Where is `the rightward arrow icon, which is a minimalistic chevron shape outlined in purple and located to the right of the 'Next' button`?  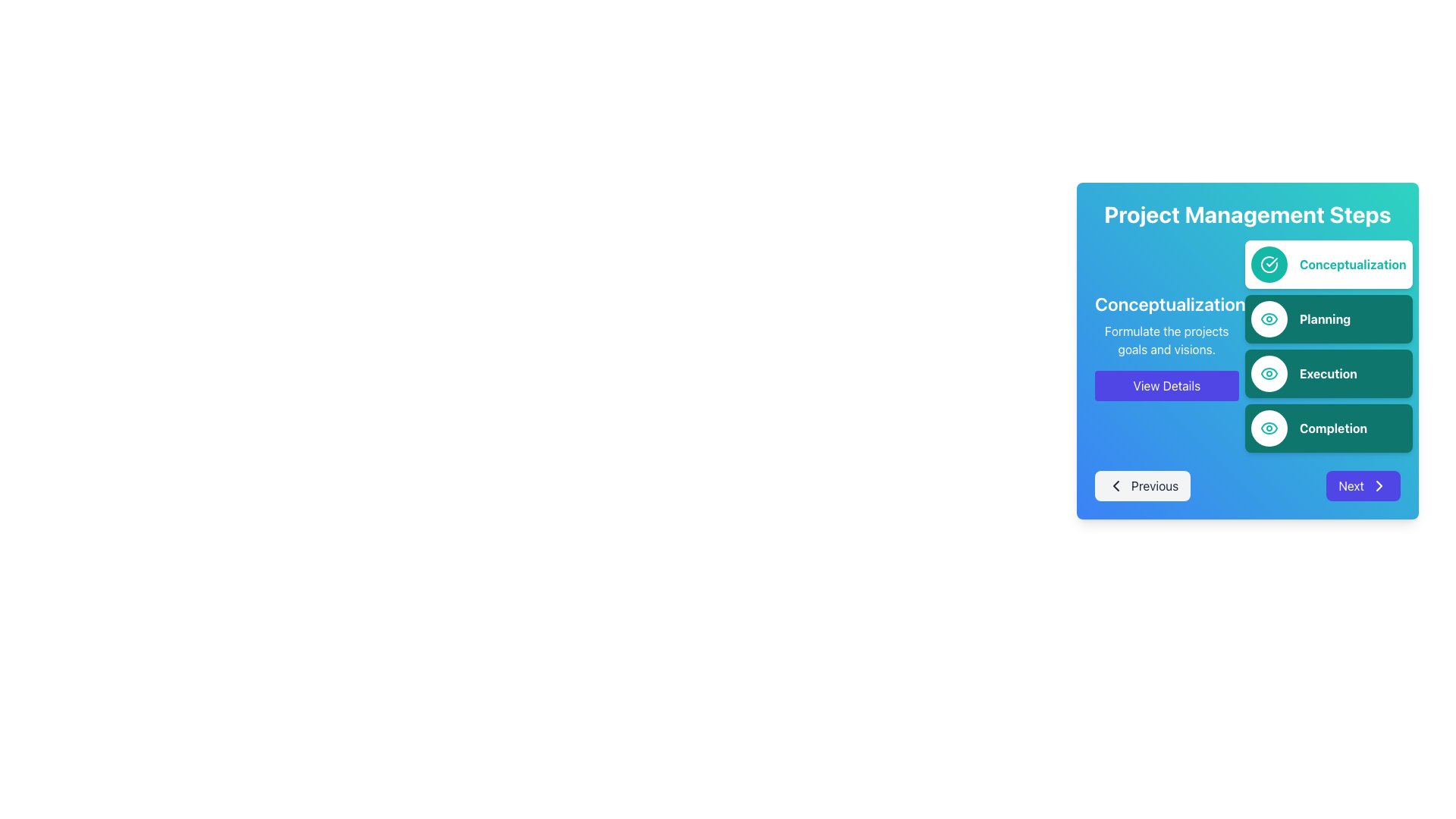 the rightward arrow icon, which is a minimalistic chevron shape outlined in purple and located to the right of the 'Next' button is located at coordinates (1379, 485).